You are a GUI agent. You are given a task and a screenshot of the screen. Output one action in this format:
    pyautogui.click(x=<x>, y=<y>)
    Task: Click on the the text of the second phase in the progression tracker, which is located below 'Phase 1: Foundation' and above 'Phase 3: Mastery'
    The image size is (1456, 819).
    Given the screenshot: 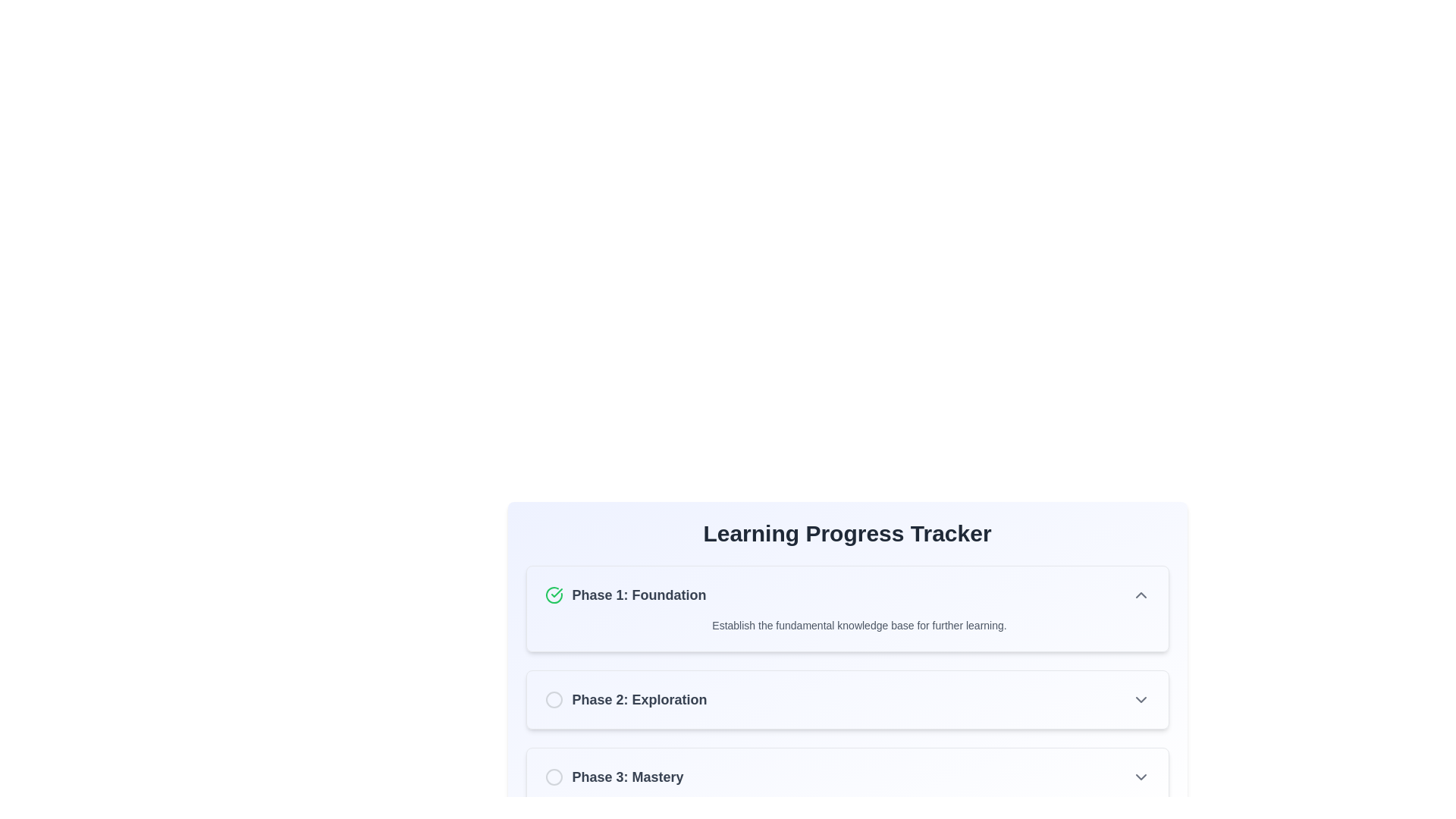 What is the action you would take?
    pyautogui.click(x=626, y=699)
    